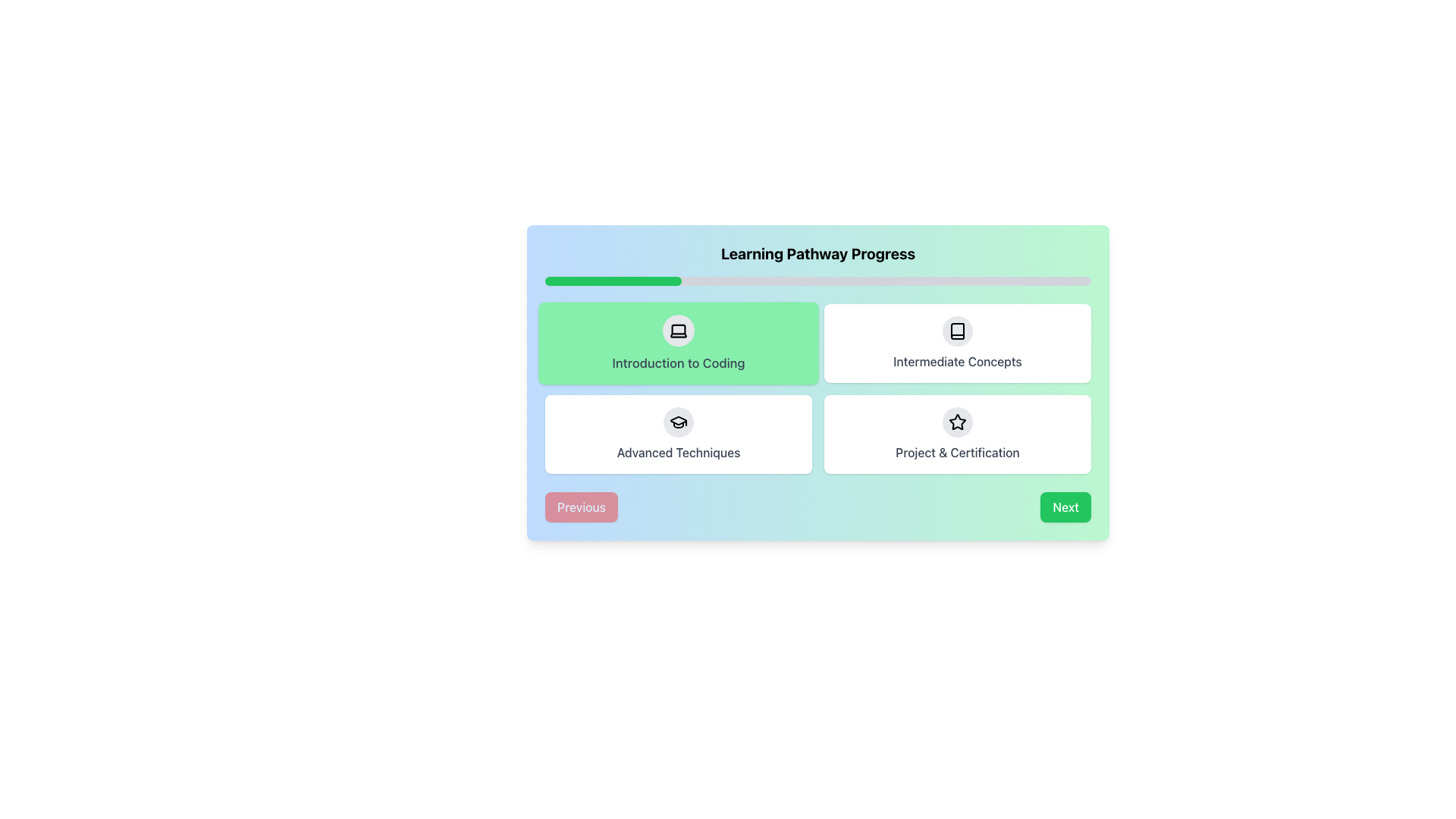  Describe the element at coordinates (677, 435) in the screenshot. I see `the 'Advanced Techniques' card, which is the third card in a 2-row grid layout located in the bottom-left corner, directly below the 'Introduction to Coding' card and to the left of the 'Project & Certification' card` at that location.